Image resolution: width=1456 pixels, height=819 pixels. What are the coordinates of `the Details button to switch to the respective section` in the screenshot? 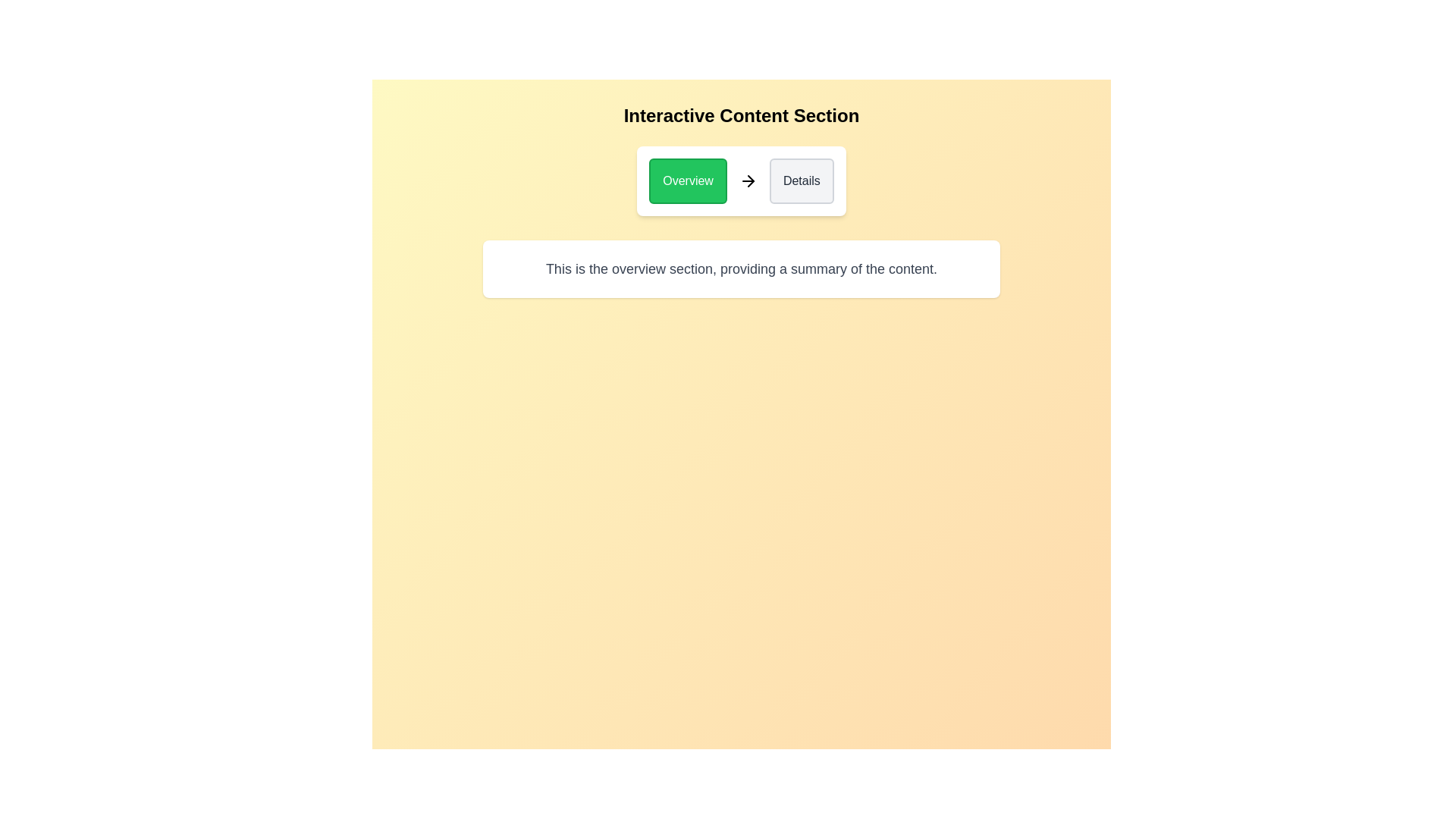 It's located at (801, 180).